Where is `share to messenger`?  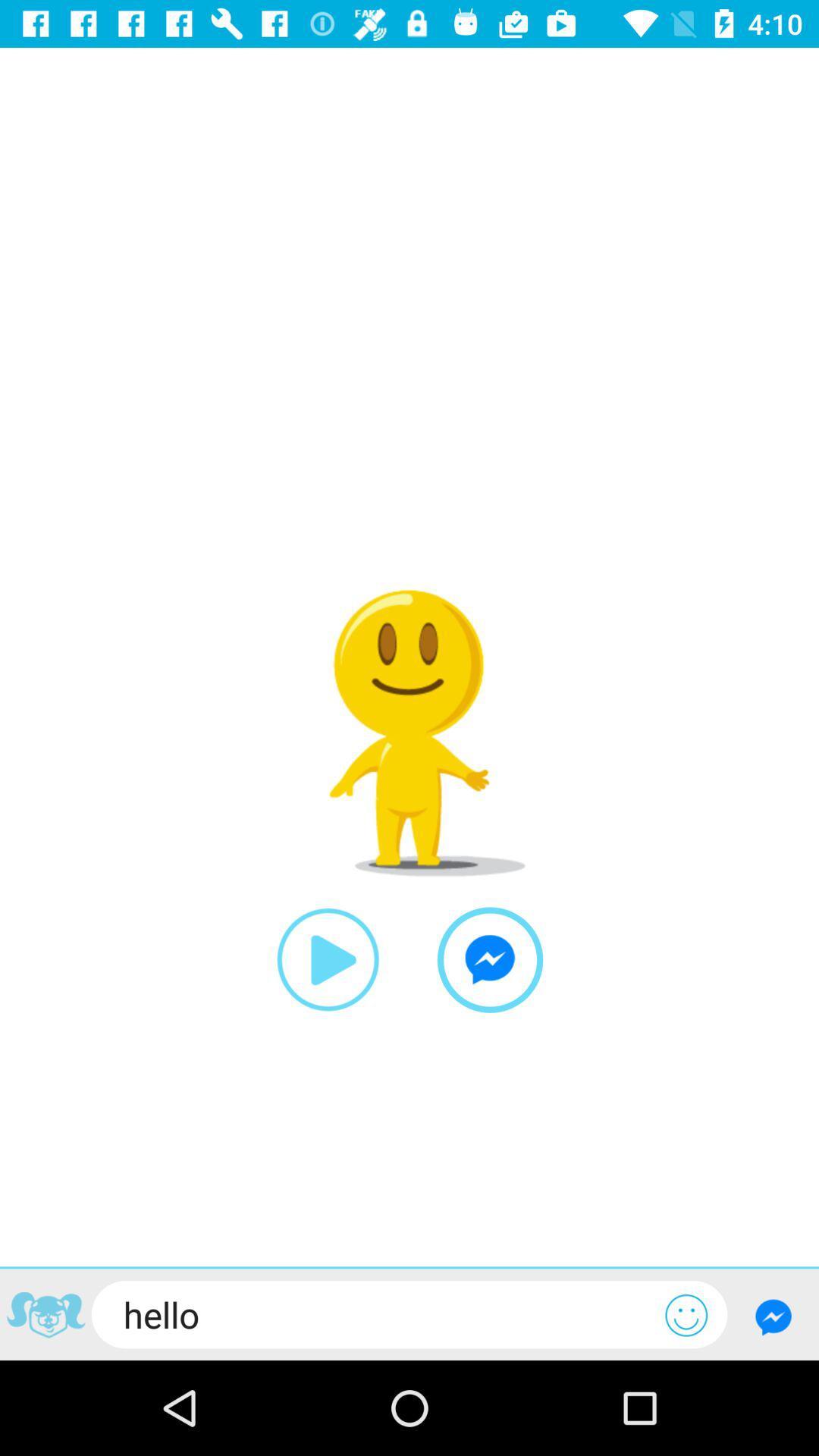
share to messenger is located at coordinates (490, 959).